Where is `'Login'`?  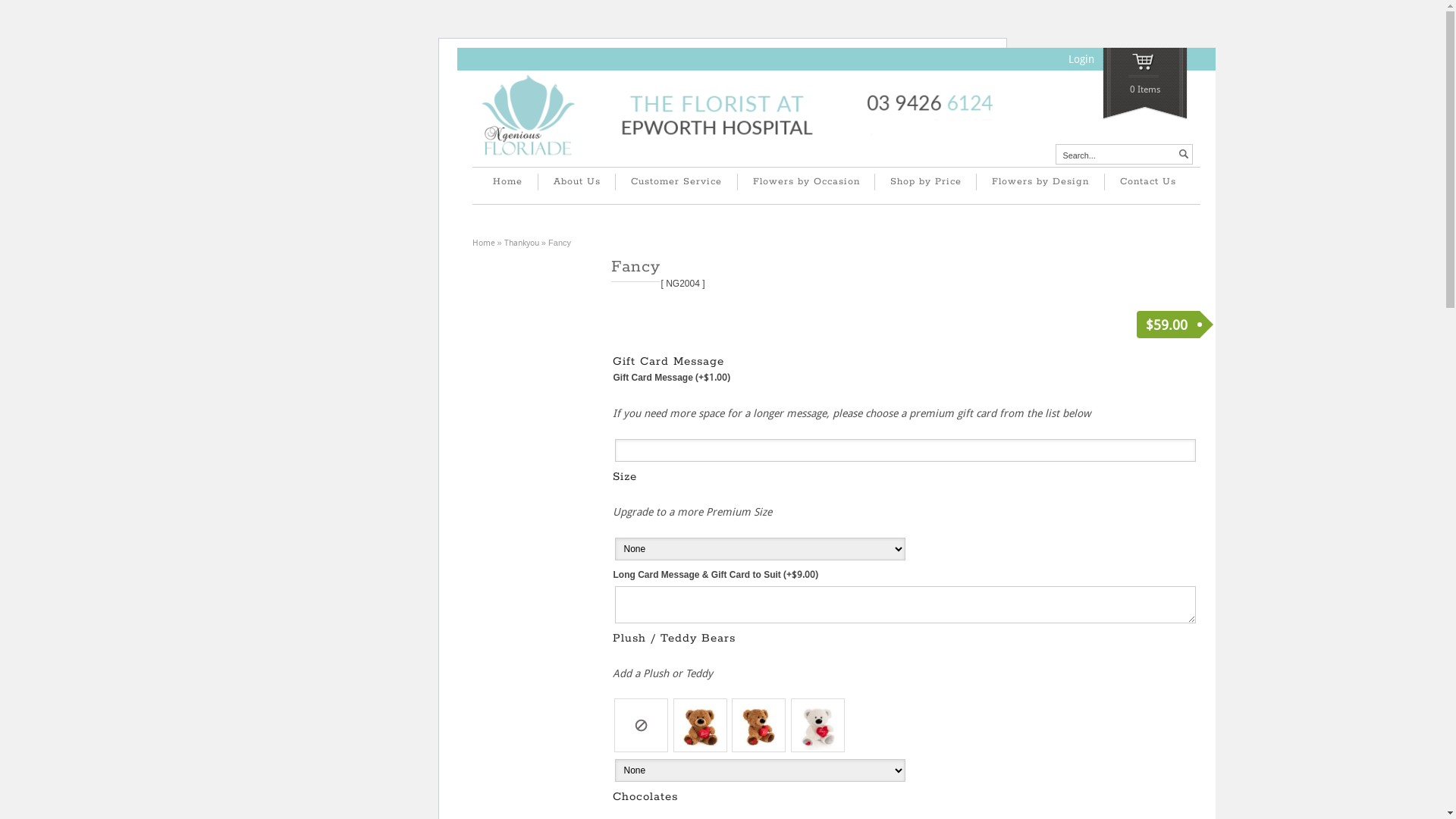
'Login' is located at coordinates (1080, 58).